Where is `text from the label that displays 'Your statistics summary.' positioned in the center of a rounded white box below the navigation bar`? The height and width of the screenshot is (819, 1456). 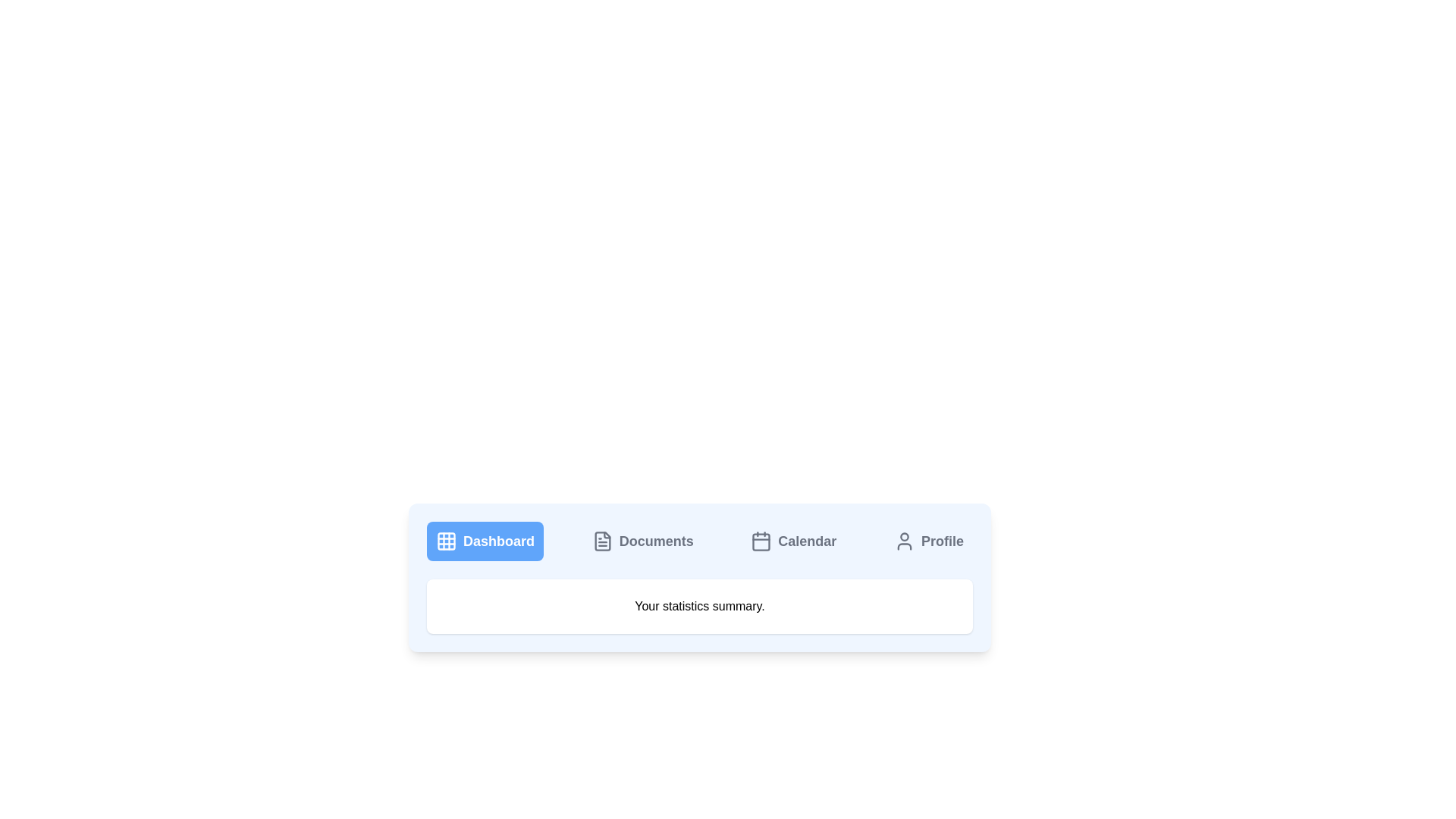 text from the label that displays 'Your statistics summary.' positioned in the center of a rounded white box below the navigation bar is located at coordinates (698, 605).